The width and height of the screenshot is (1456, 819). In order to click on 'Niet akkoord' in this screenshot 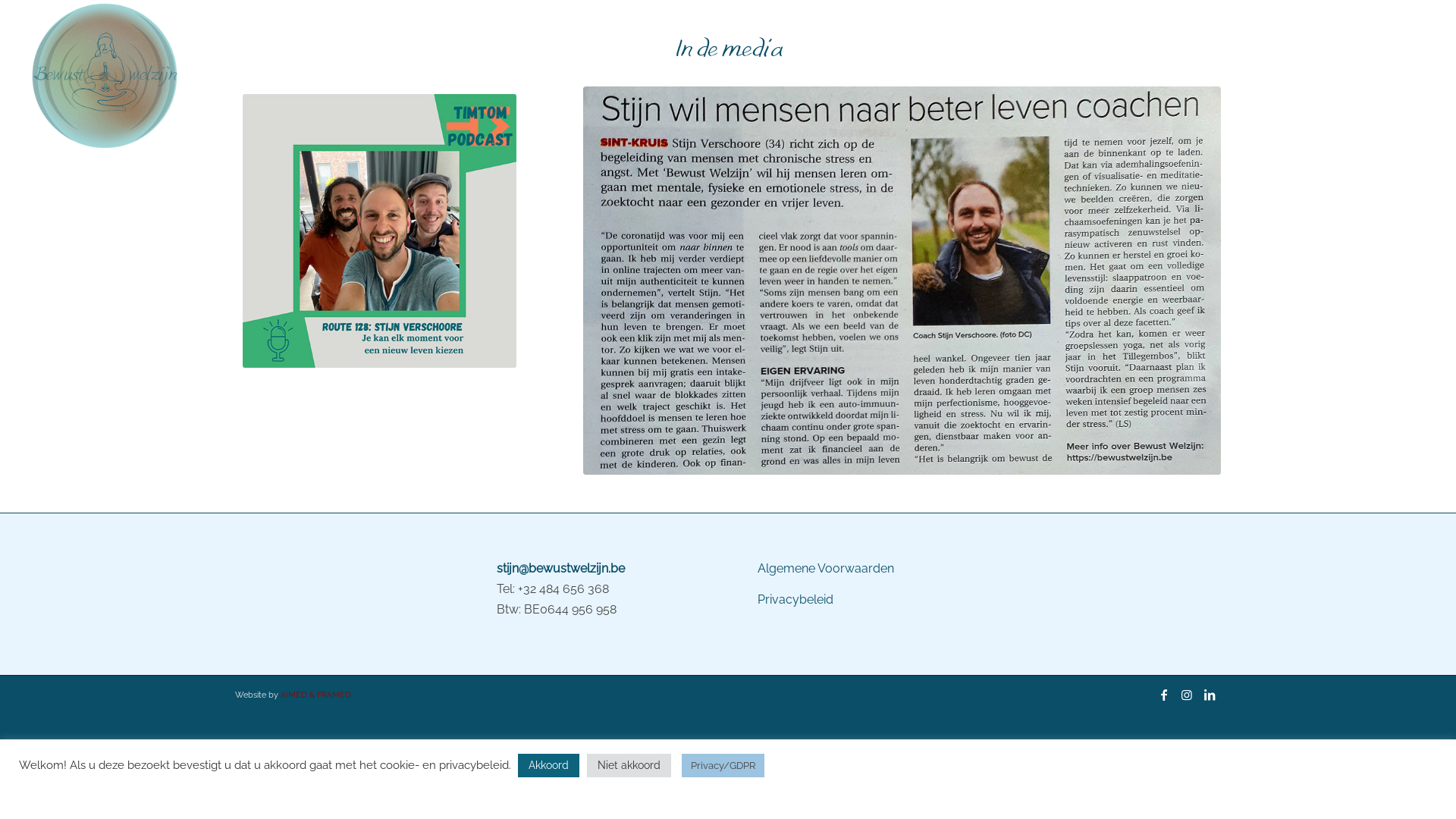, I will do `click(629, 765)`.